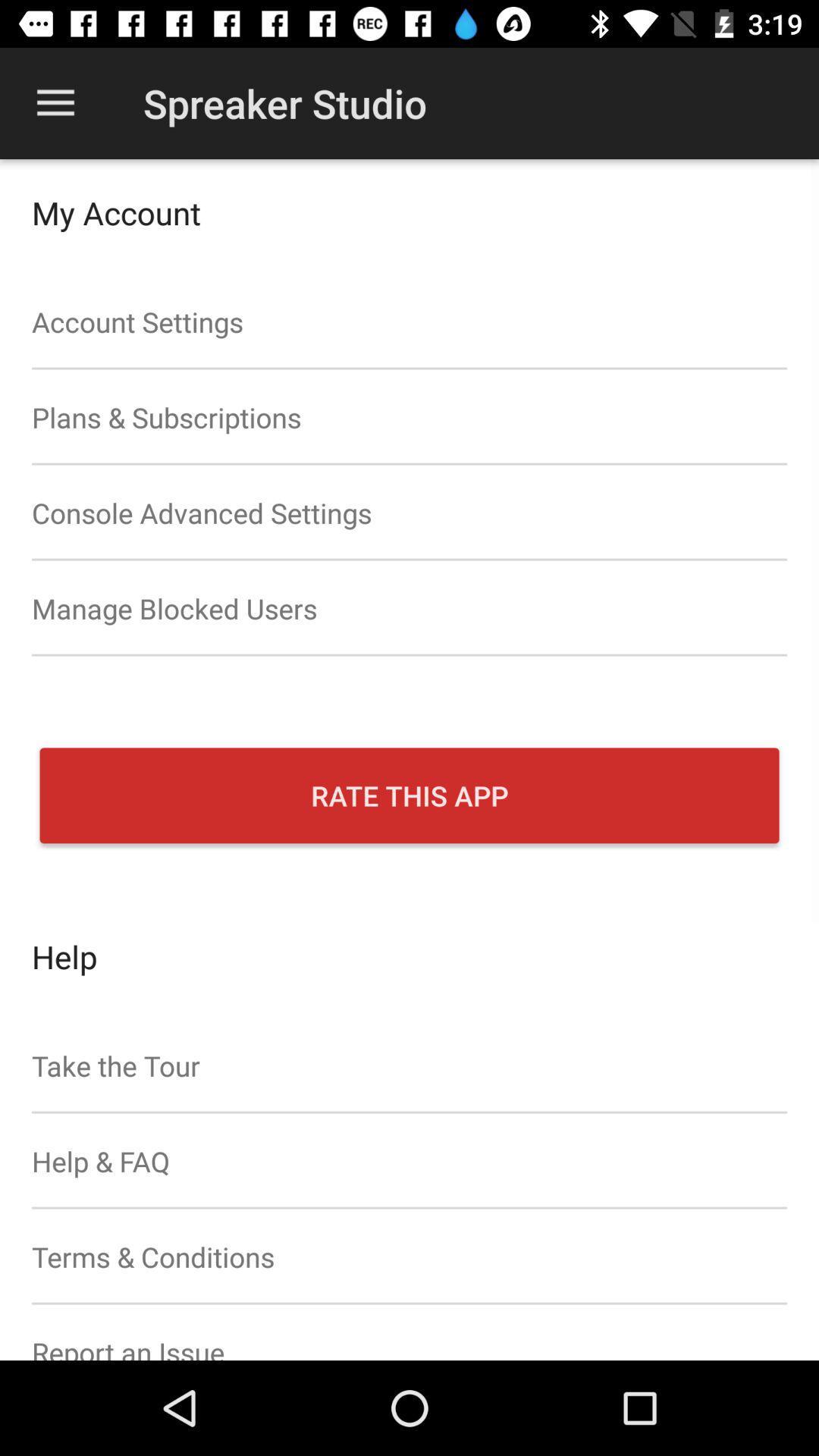  I want to click on the item below the plans & subscriptions, so click(409, 513).